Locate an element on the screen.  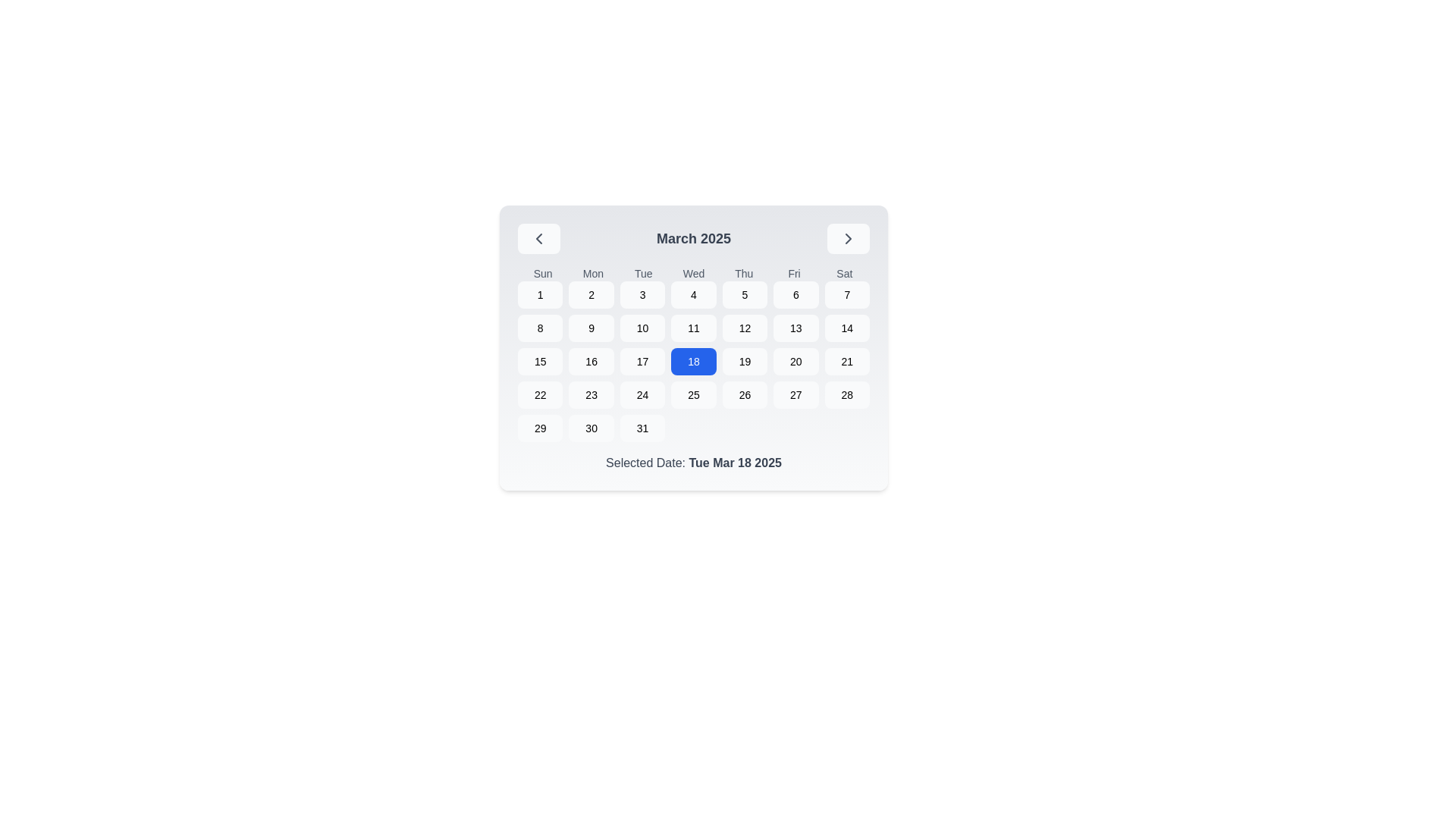
the button representing the 26th day of March 2025 in the calendar grid is located at coordinates (745, 394).